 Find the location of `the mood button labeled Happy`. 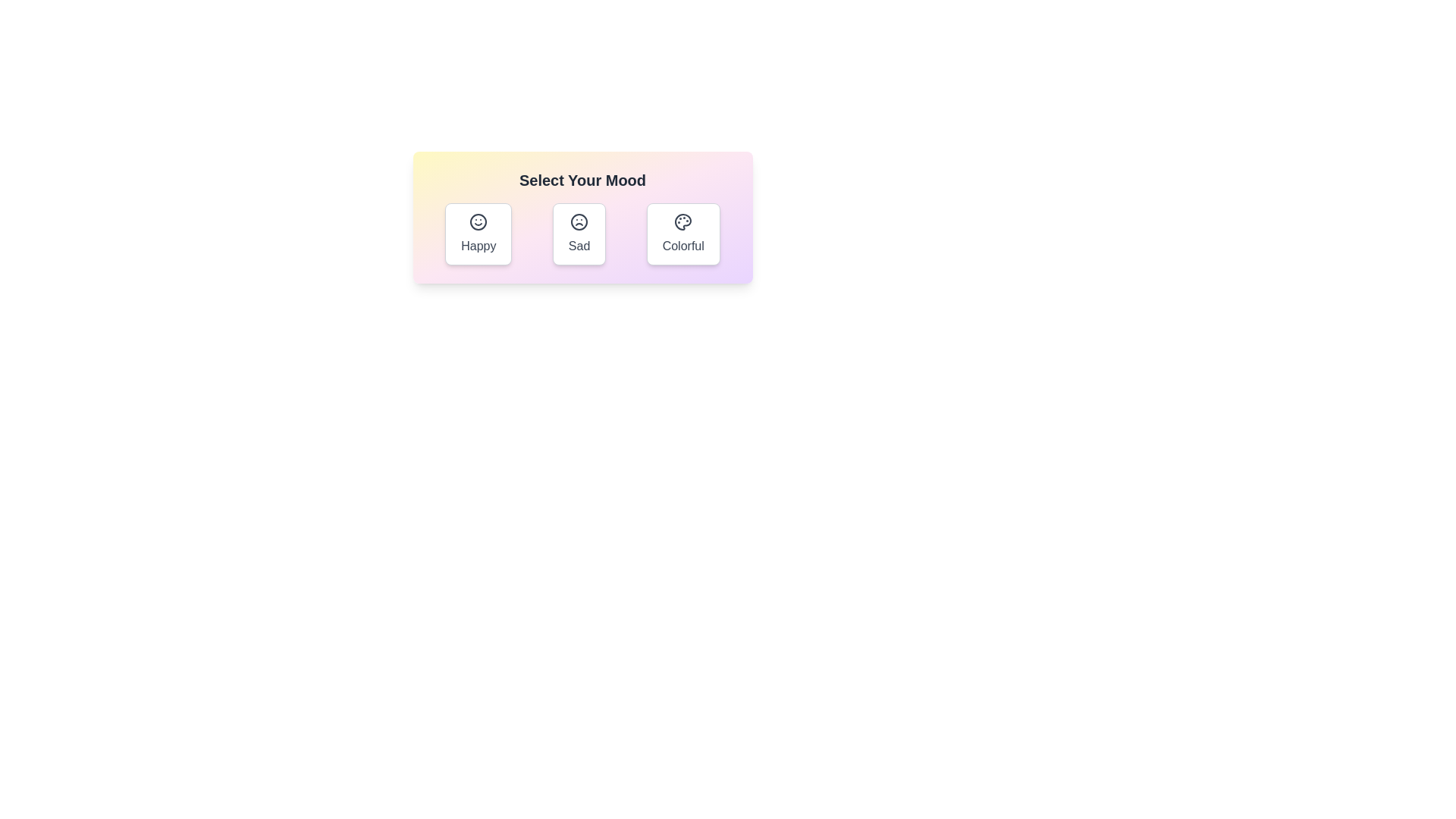

the mood button labeled Happy is located at coordinates (478, 234).